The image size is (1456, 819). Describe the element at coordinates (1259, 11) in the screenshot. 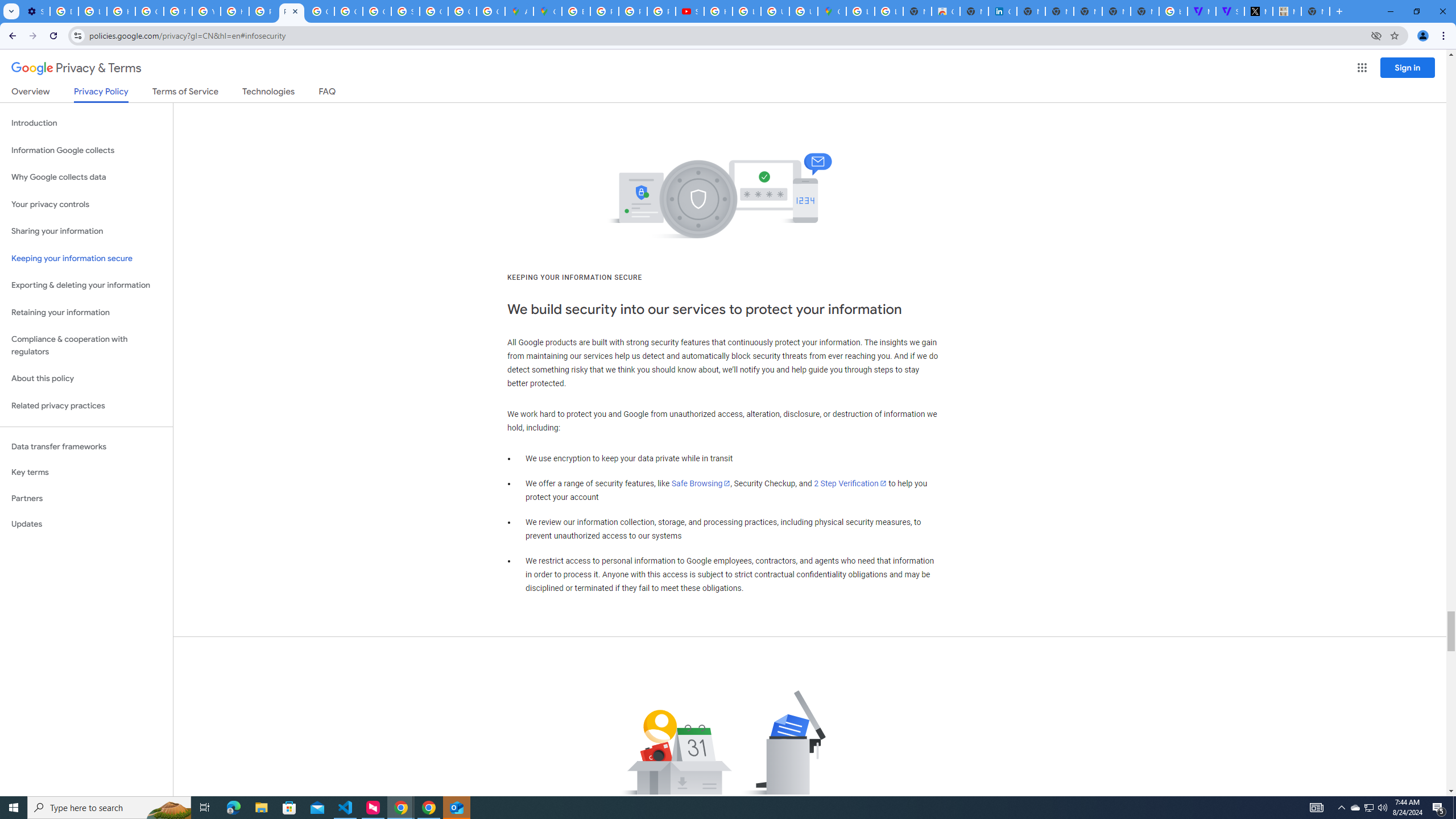

I see `'Miley Cyrus (@MileyCyrus) / X'` at that location.